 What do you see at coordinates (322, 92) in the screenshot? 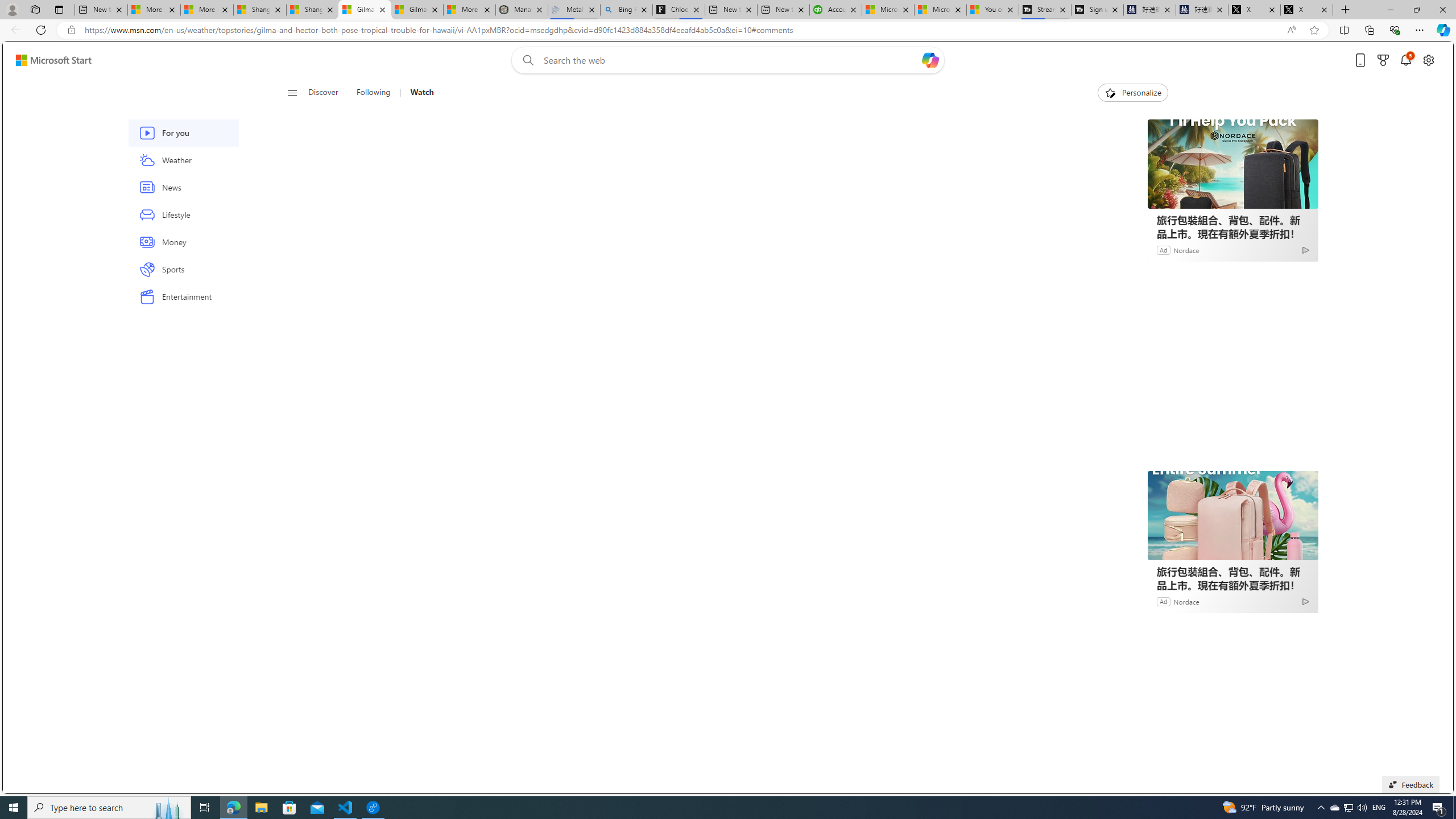
I see `'Discover'` at bounding box center [322, 92].